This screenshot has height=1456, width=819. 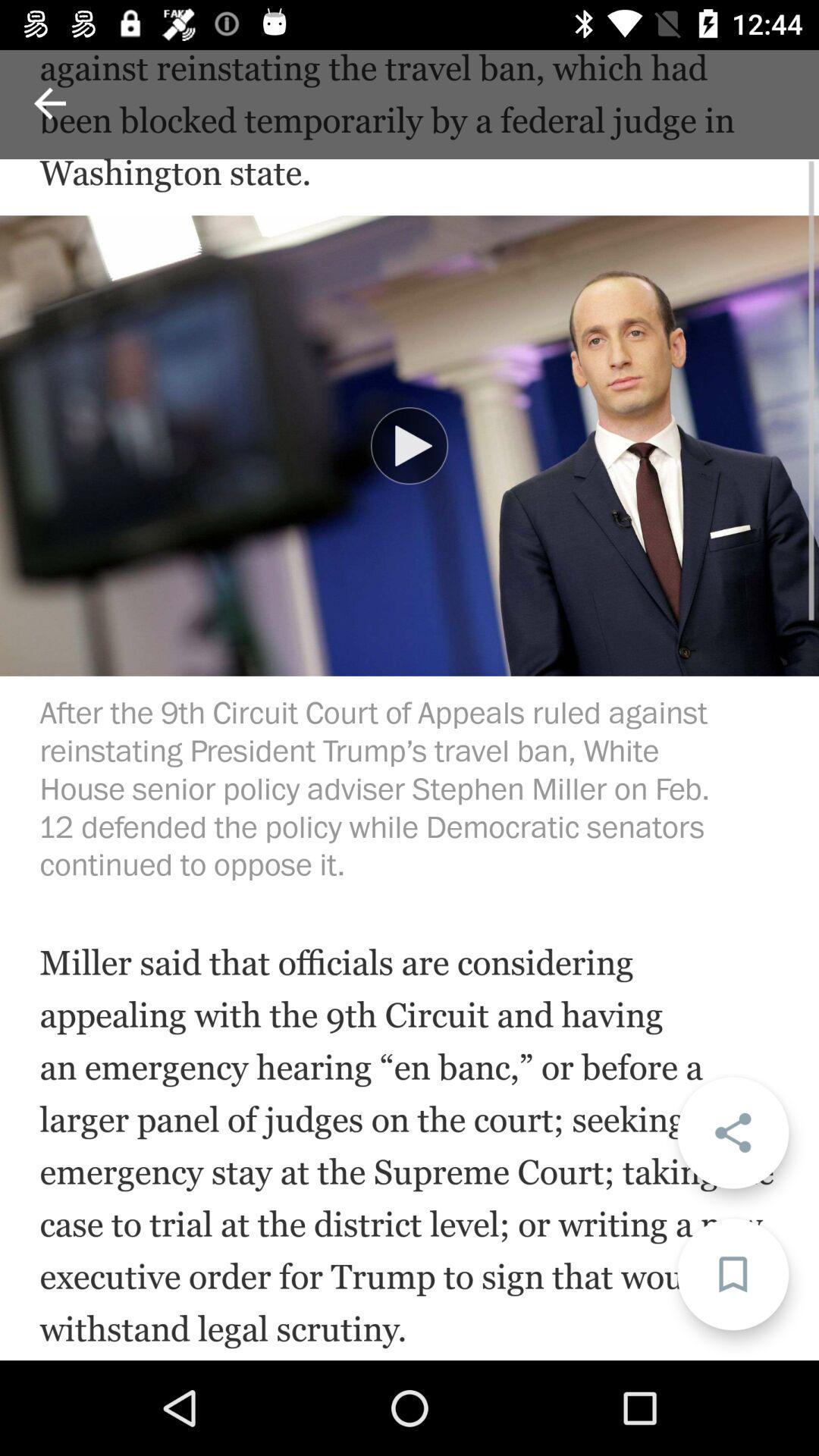 I want to click on video, so click(x=409, y=445).